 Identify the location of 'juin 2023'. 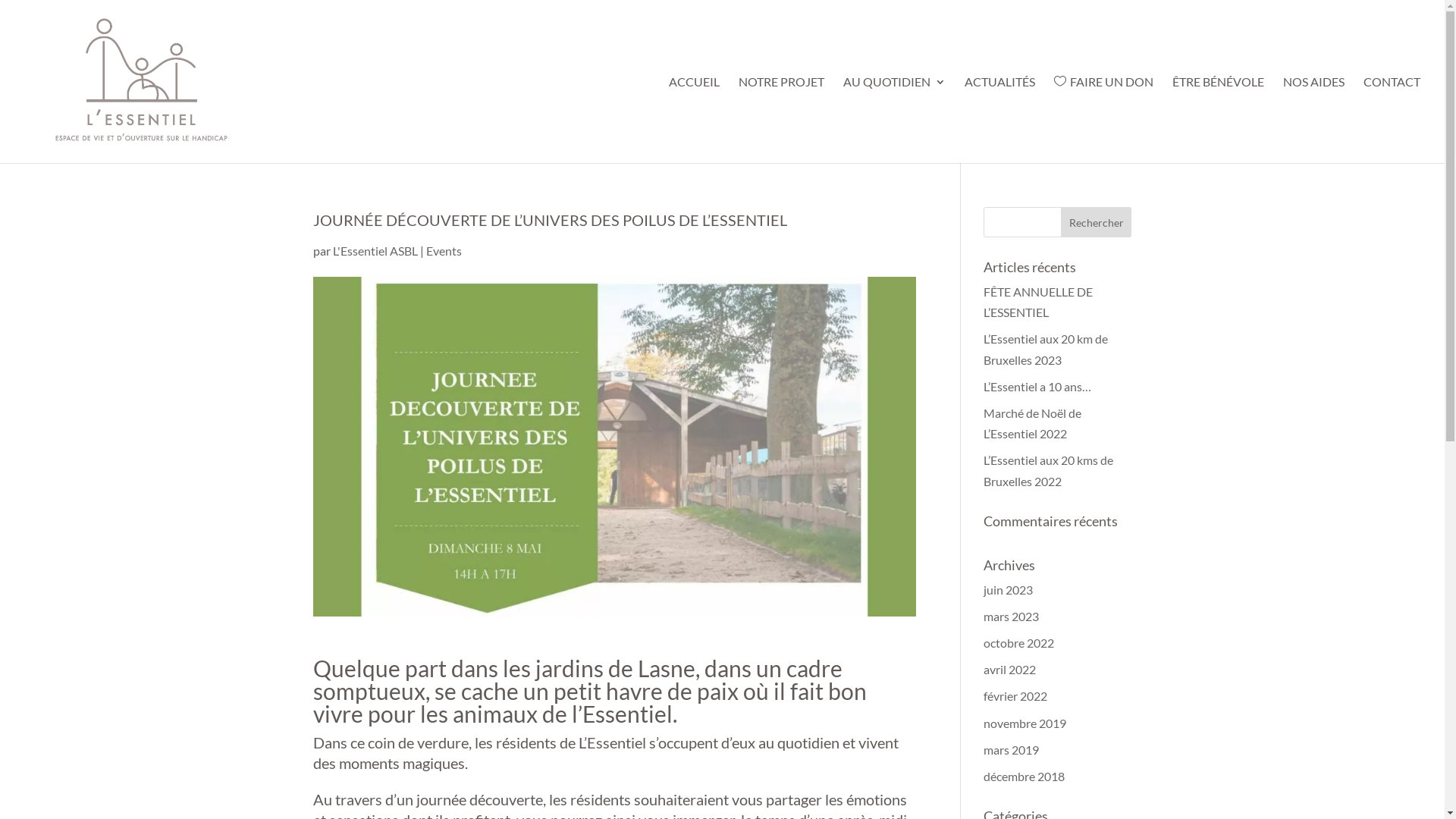
(1008, 588).